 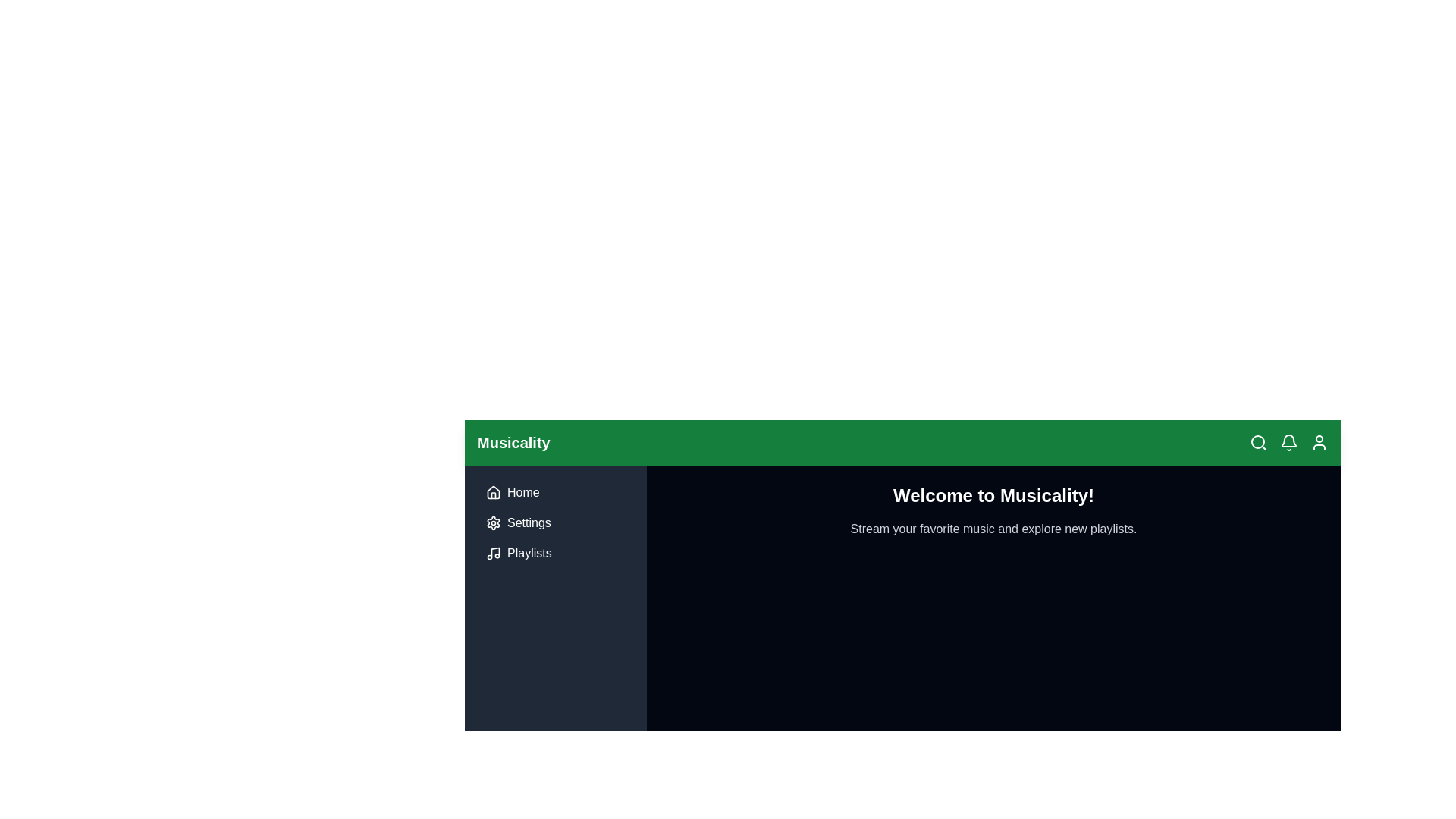 What do you see at coordinates (494, 553) in the screenshot?
I see `the musical note icon located in the navigation menu to the left of the 'Playlists' text` at bounding box center [494, 553].